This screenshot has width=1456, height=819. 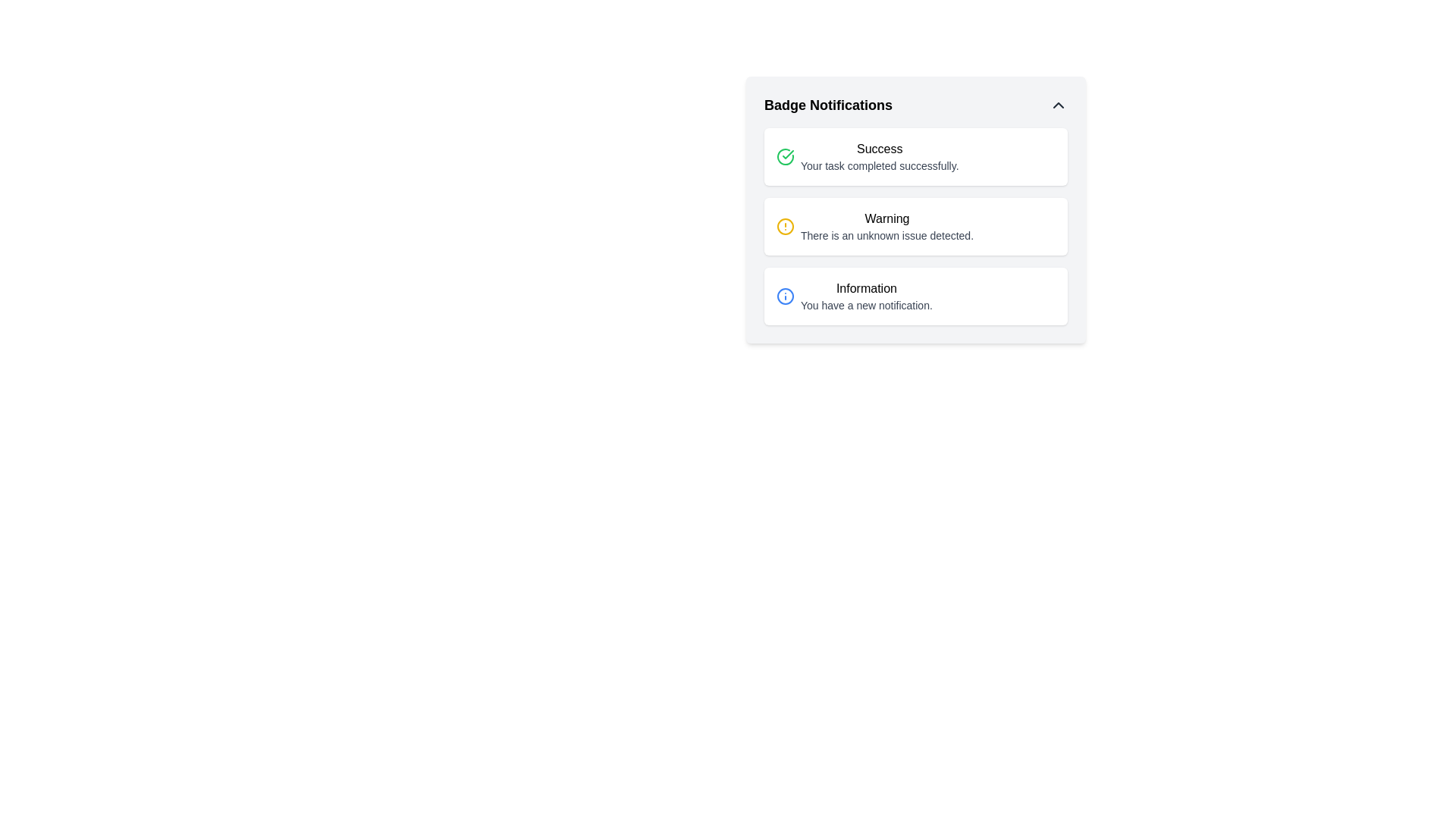 What do you see at coordinates (866, 305) in the screenshot?
I see `the notification message text that reads 'You have a new notification.' located beneath the bold title 'Information' in the notification card` at bounding box center [866, 305].